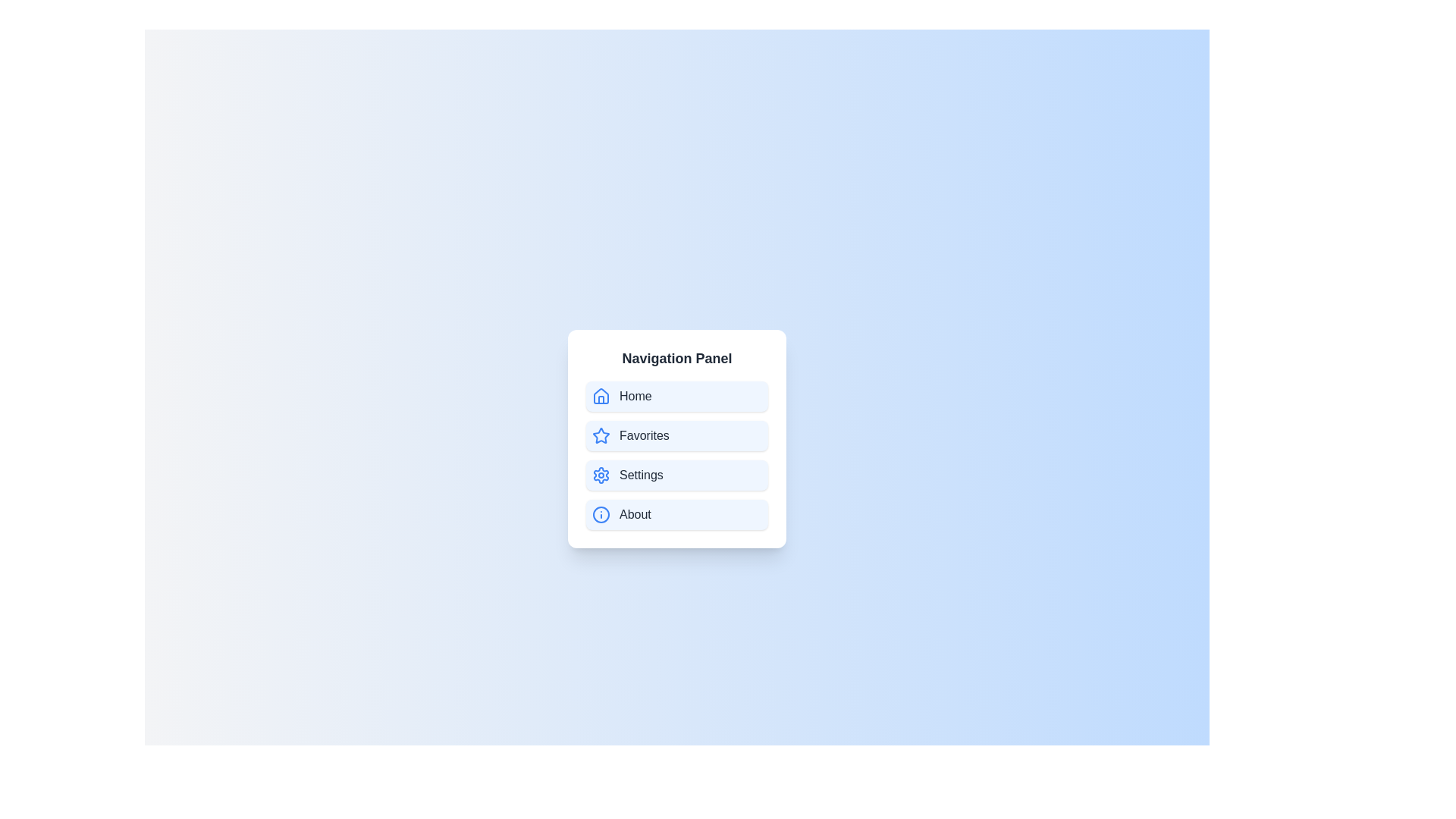  I want to click on the small vertical rectangle that is part of the house icon located beneath the roof portion of the house structure in the SVG, so click(600, 399).